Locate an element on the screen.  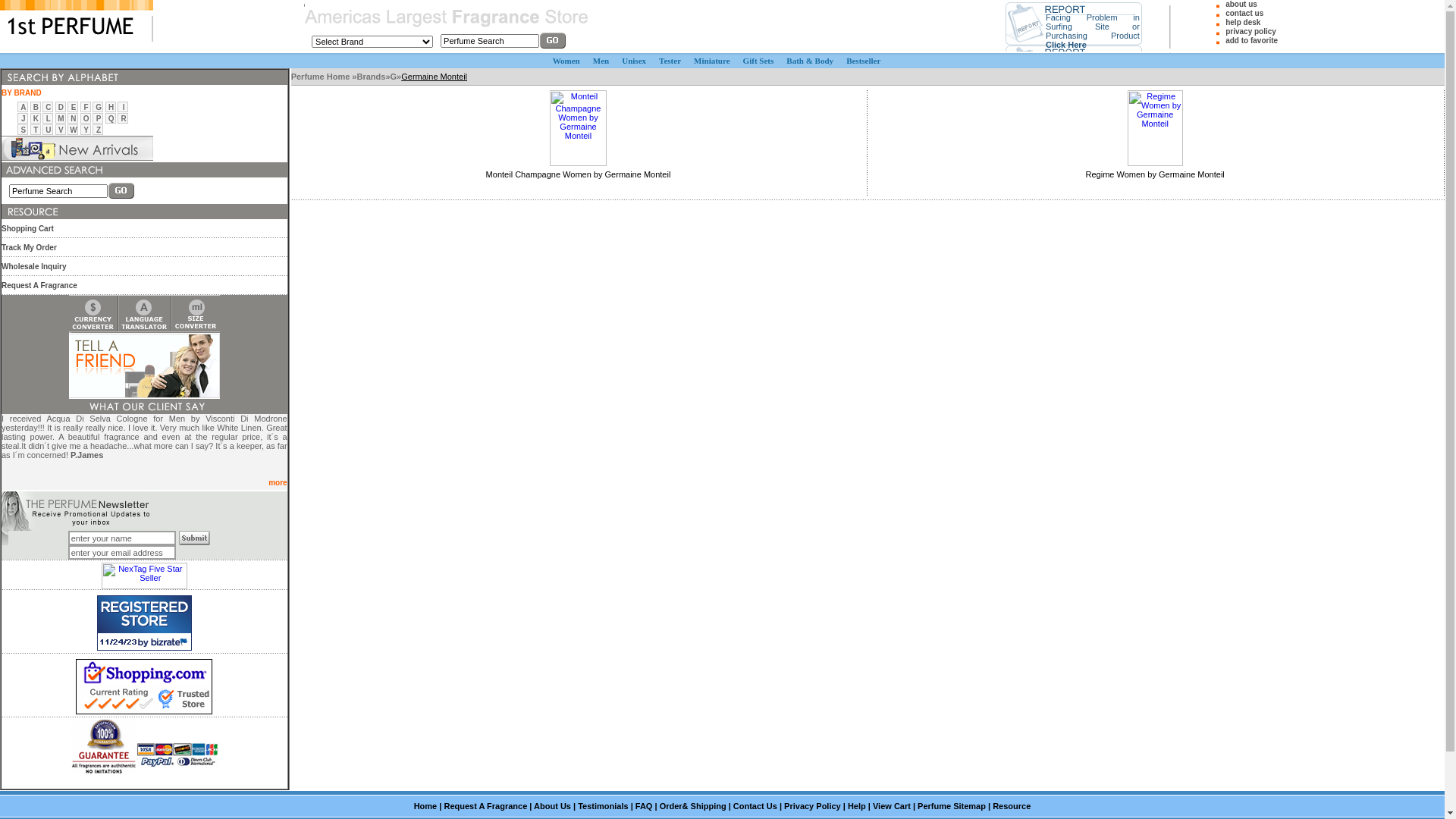
'N' is located at coordinates (72, 117).